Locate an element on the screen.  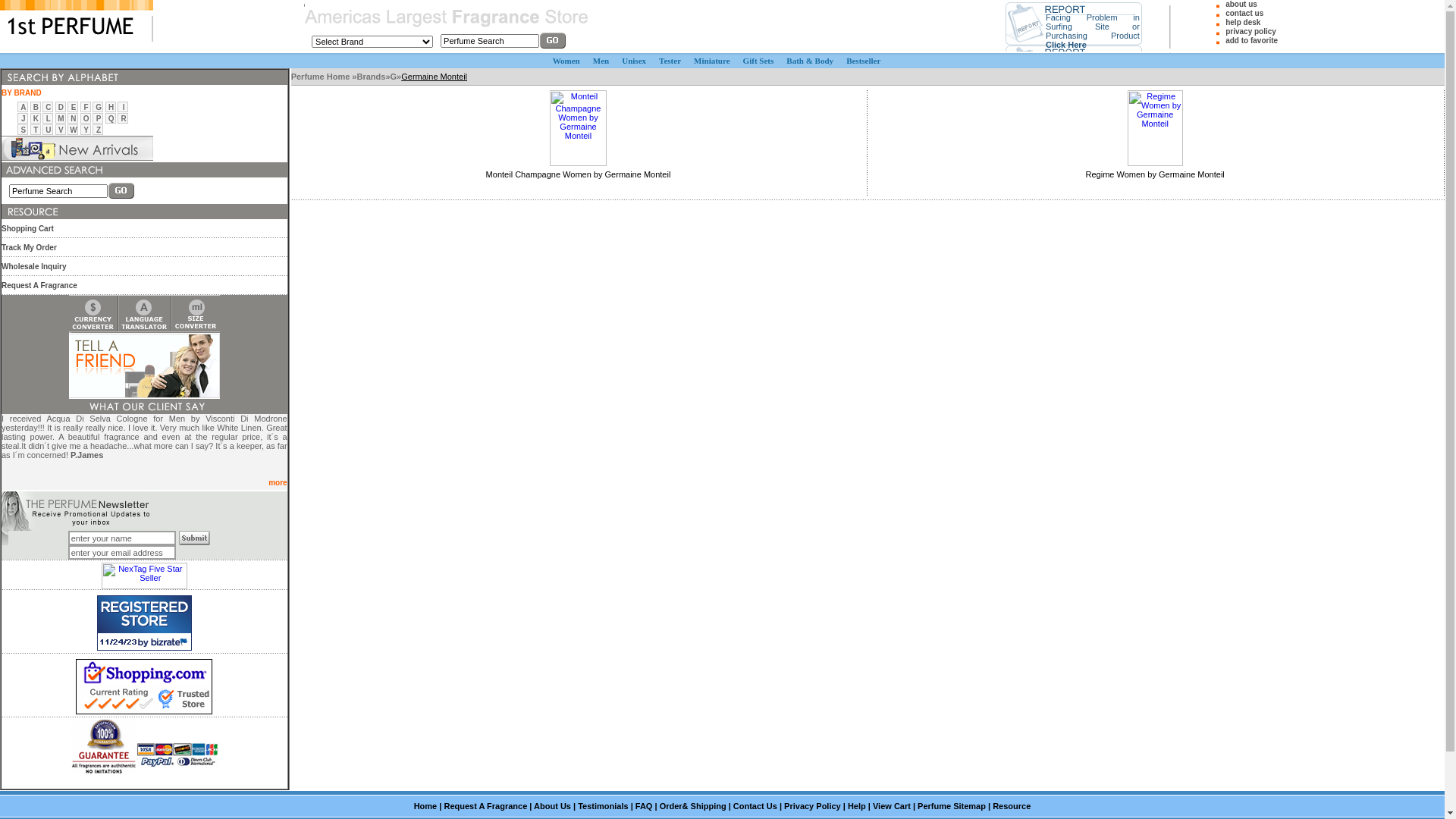
'N' is located at coordinates (72, 117).